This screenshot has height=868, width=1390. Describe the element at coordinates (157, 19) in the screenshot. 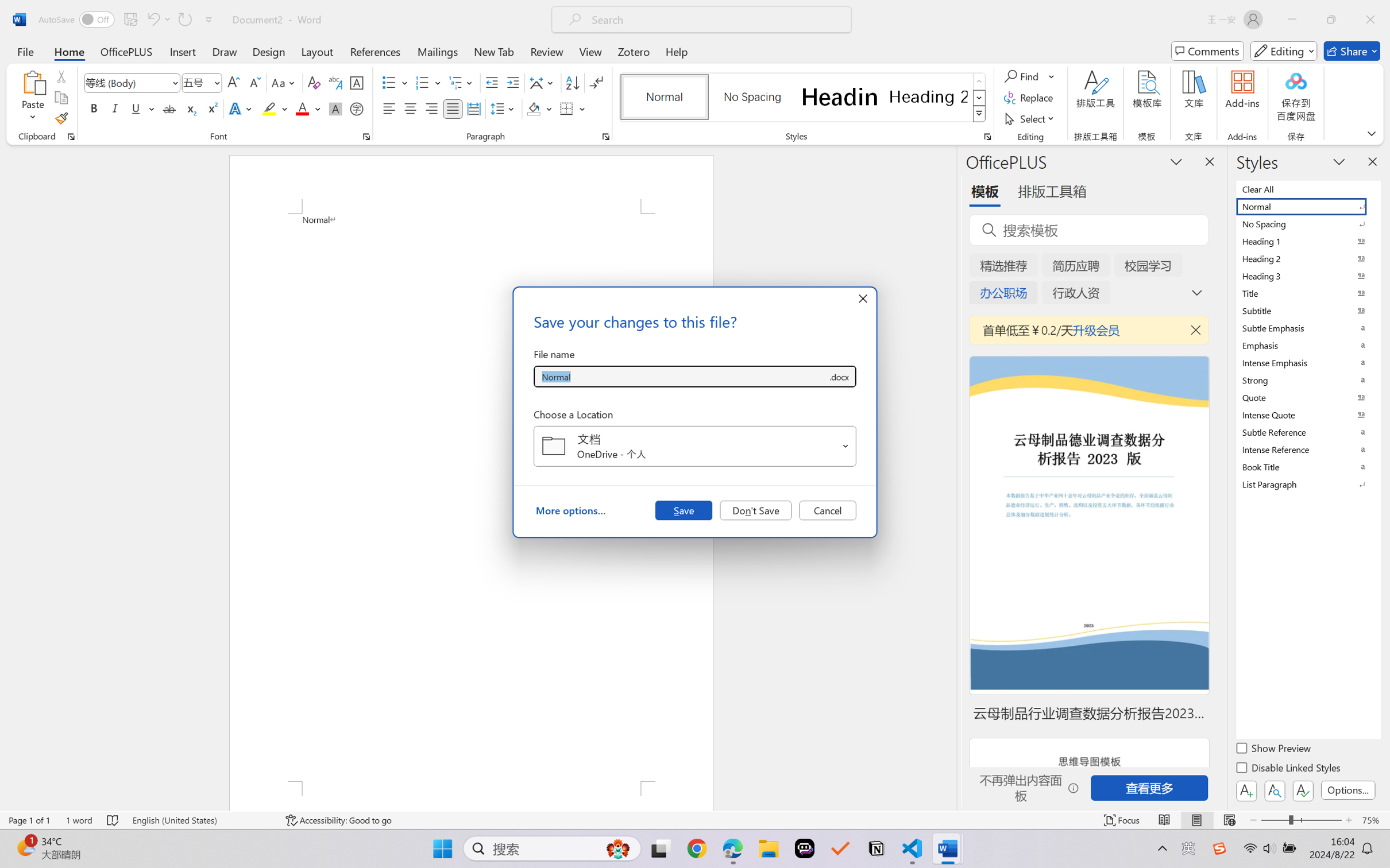

I see `'Undo Apply Quick Style'` at that location.